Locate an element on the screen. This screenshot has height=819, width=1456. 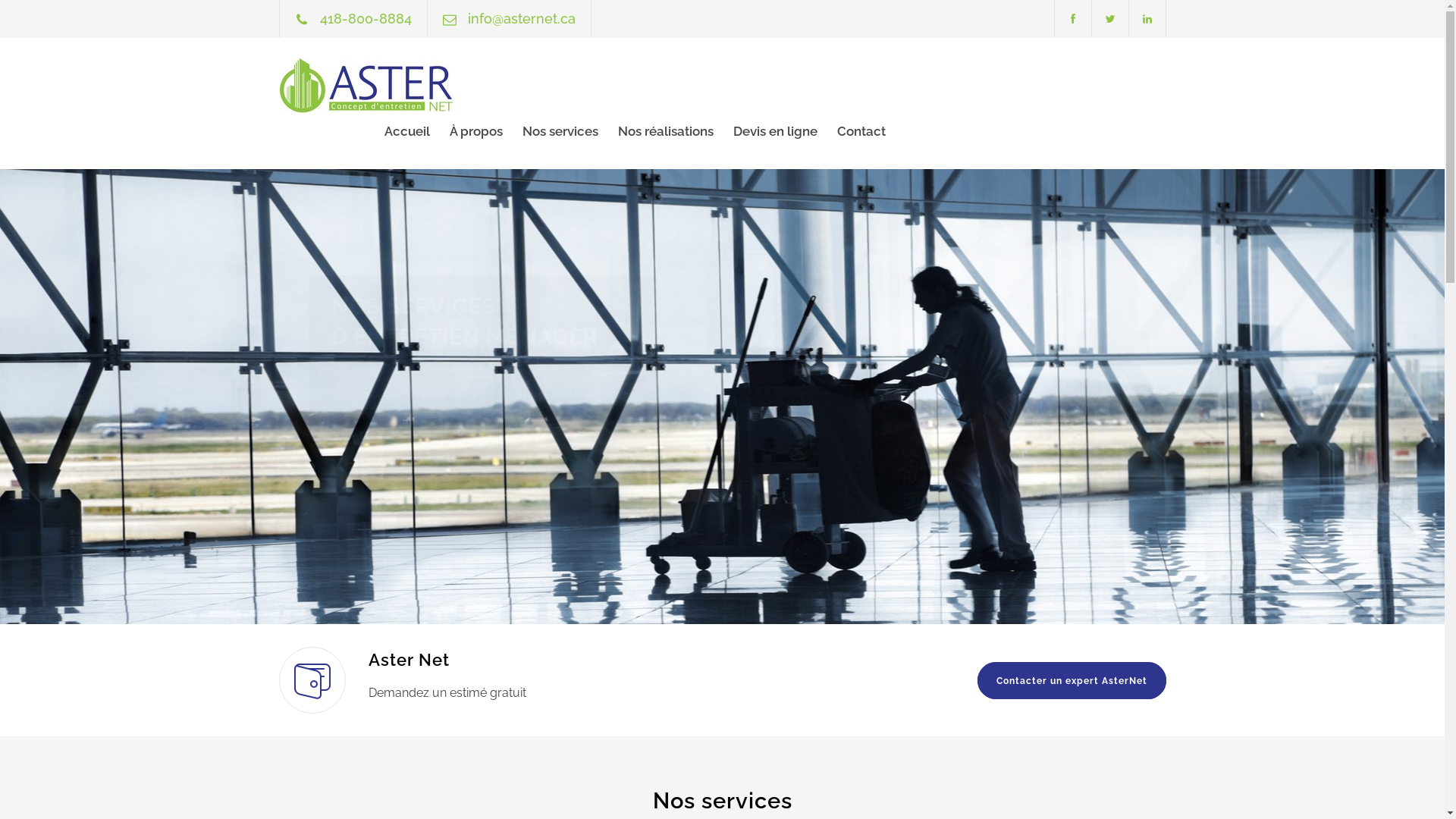
'linkedin' is located at coordinates (1147, 18).